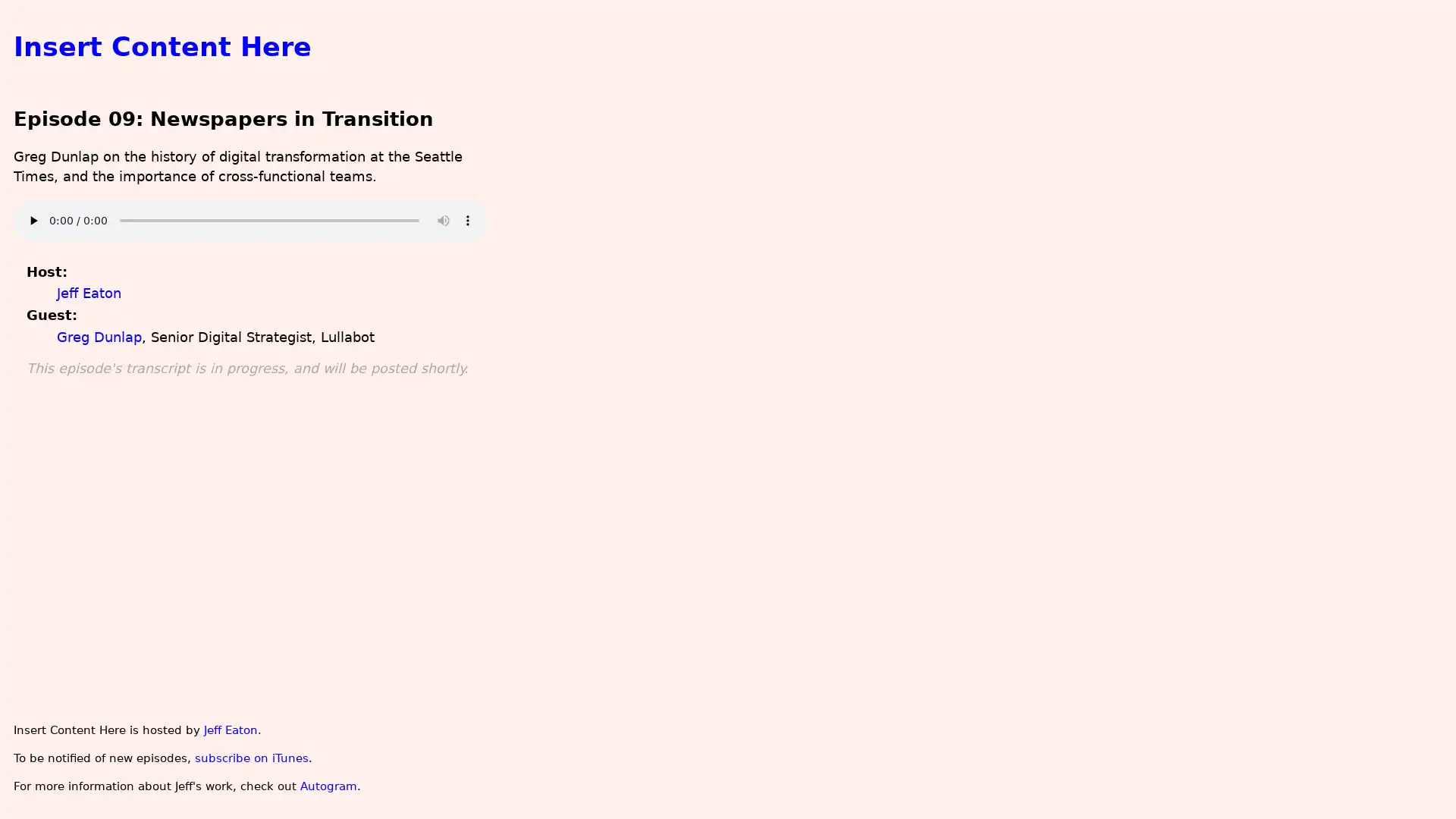 The width and height of the screenshot is (1456, 819). I want to click on play, so click(33, 220).